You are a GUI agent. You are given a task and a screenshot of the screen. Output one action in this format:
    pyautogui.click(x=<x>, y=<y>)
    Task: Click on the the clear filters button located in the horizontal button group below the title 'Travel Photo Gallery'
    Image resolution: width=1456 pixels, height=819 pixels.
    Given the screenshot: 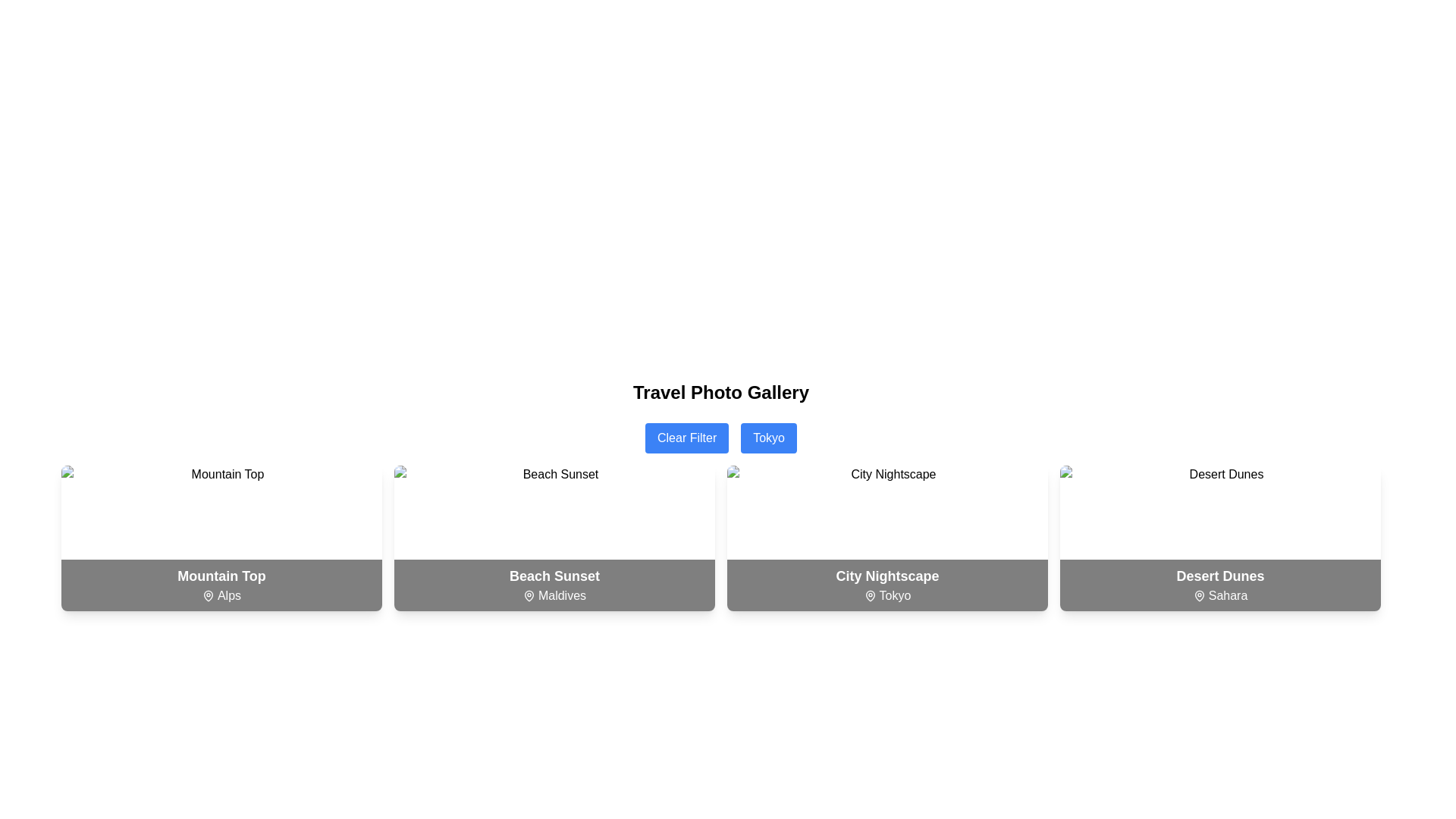 What is the action you would take?
    pyautogui.click(x=720, y=438)
    